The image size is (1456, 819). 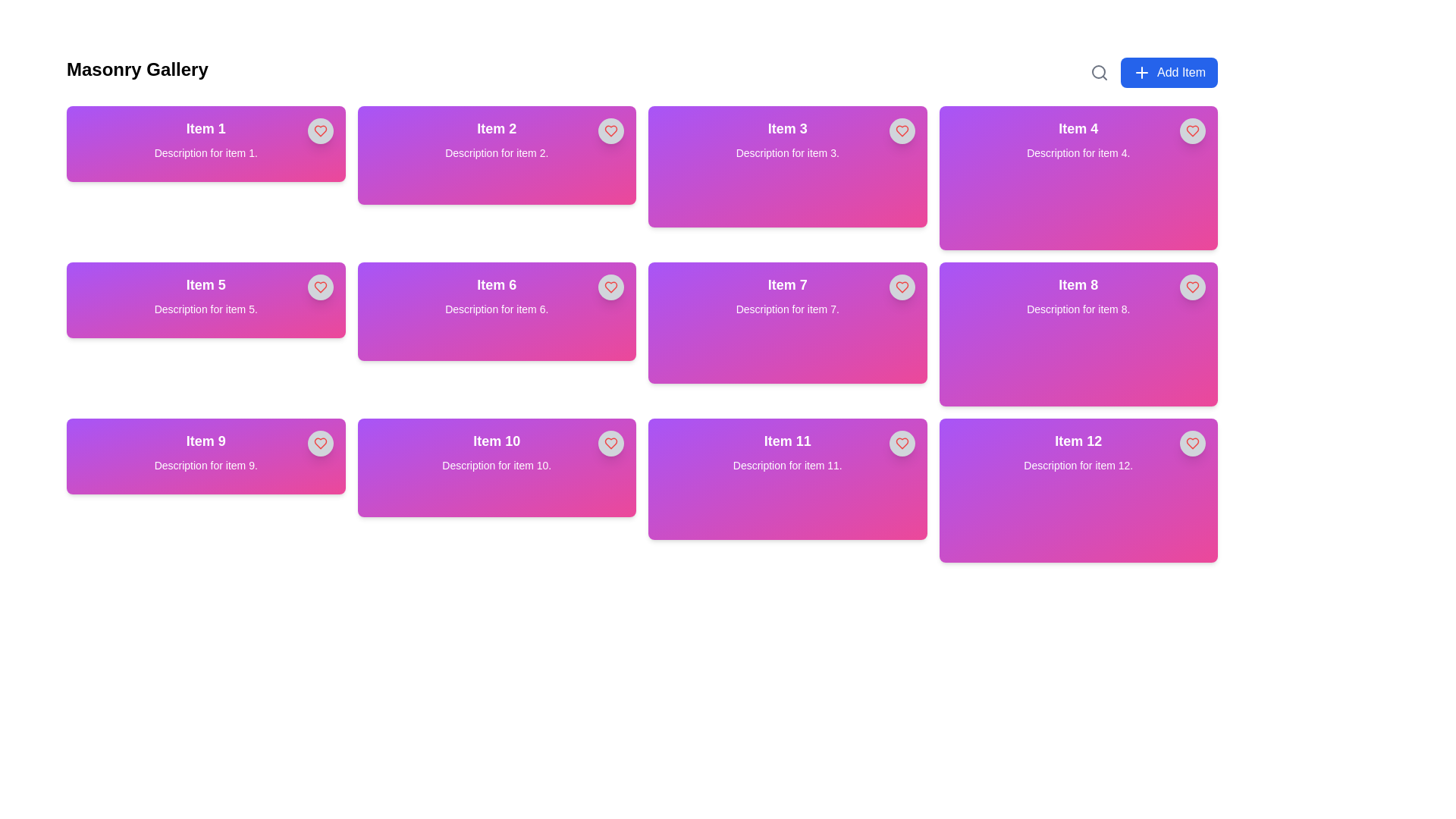 I want to click on the static text providing additional context for 'Item 4' located beneath the title in the fourth card of the masonry grid layout, so click(x=1078, y=152).